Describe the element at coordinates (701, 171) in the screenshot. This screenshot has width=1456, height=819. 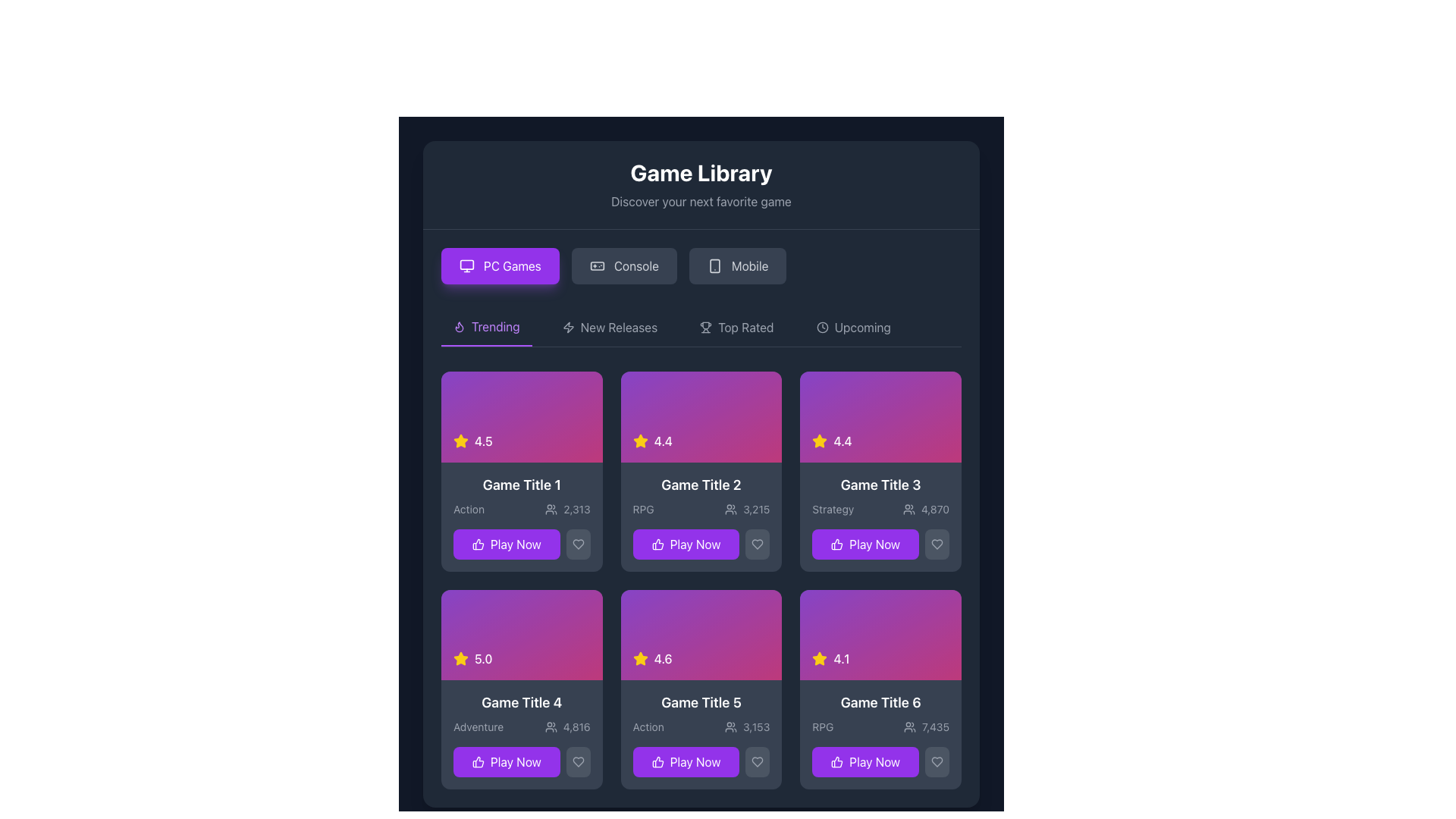
I see `the header text element that indicates the primary content focus of the game library section` at that location.